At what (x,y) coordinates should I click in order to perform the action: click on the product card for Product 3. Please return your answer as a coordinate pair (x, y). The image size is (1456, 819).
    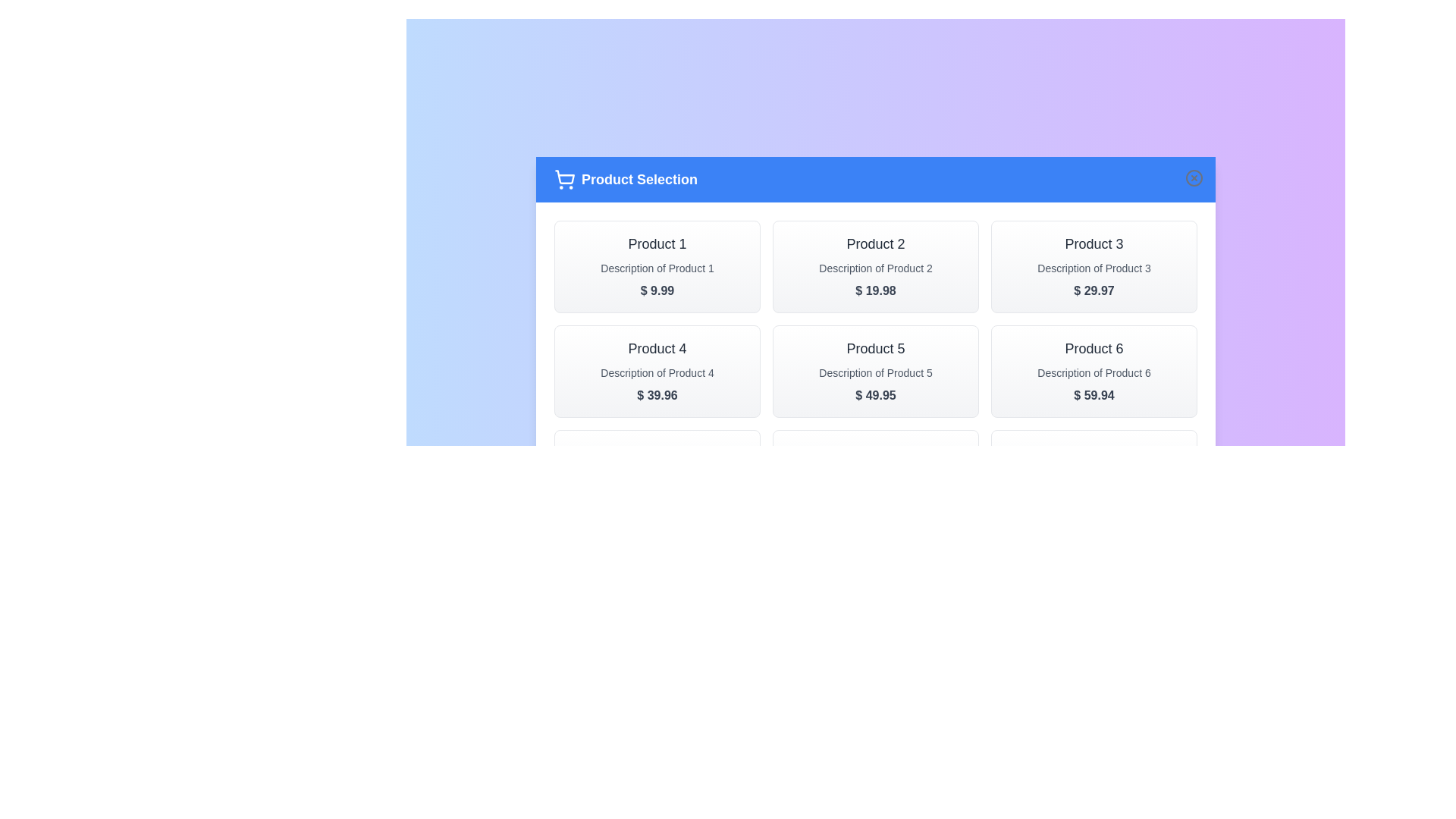
    Looking at the image, I should click on (1094, 265).